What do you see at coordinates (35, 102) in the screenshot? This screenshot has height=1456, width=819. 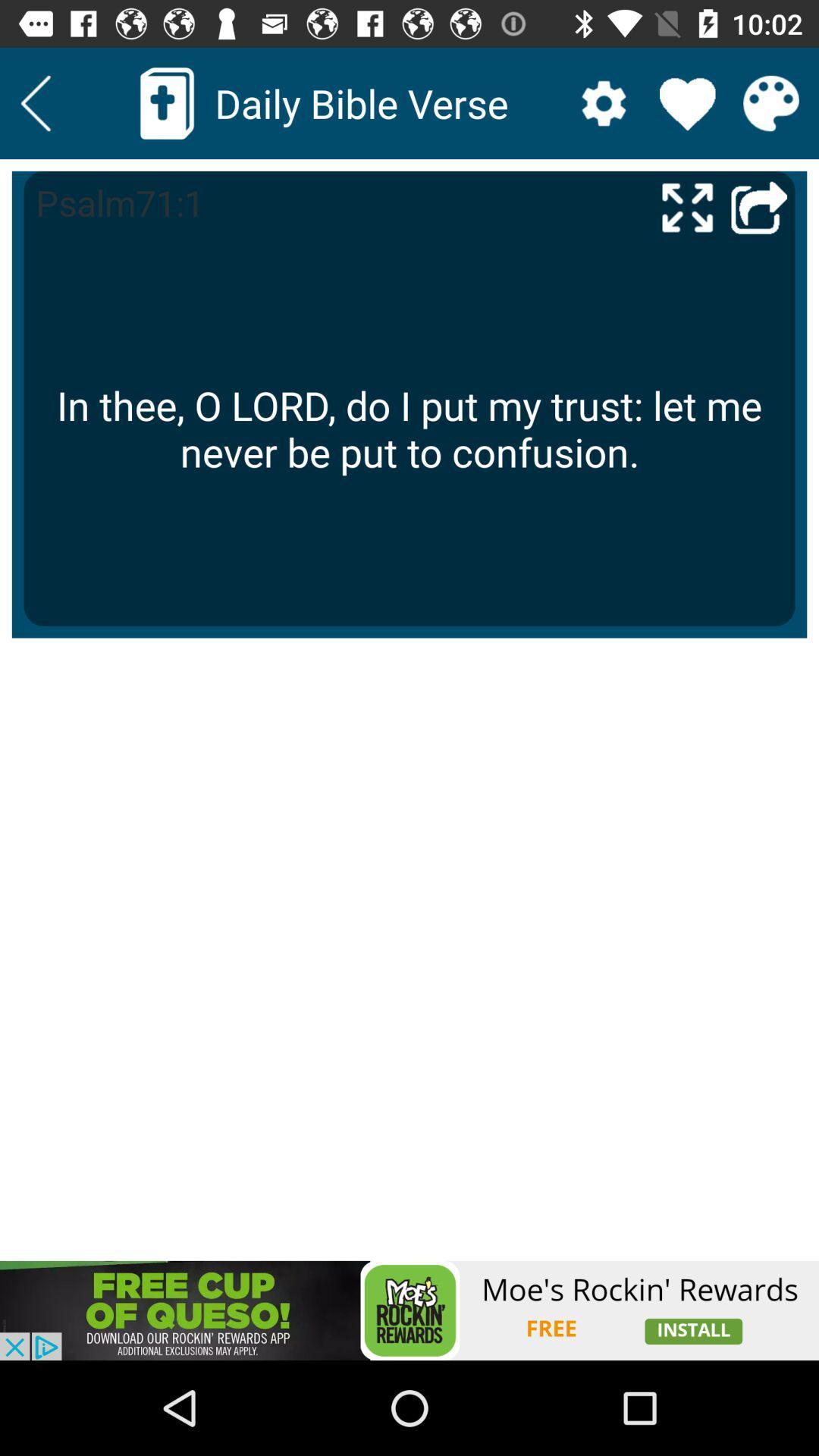 I see `go back` at bounding box center [35, 102].